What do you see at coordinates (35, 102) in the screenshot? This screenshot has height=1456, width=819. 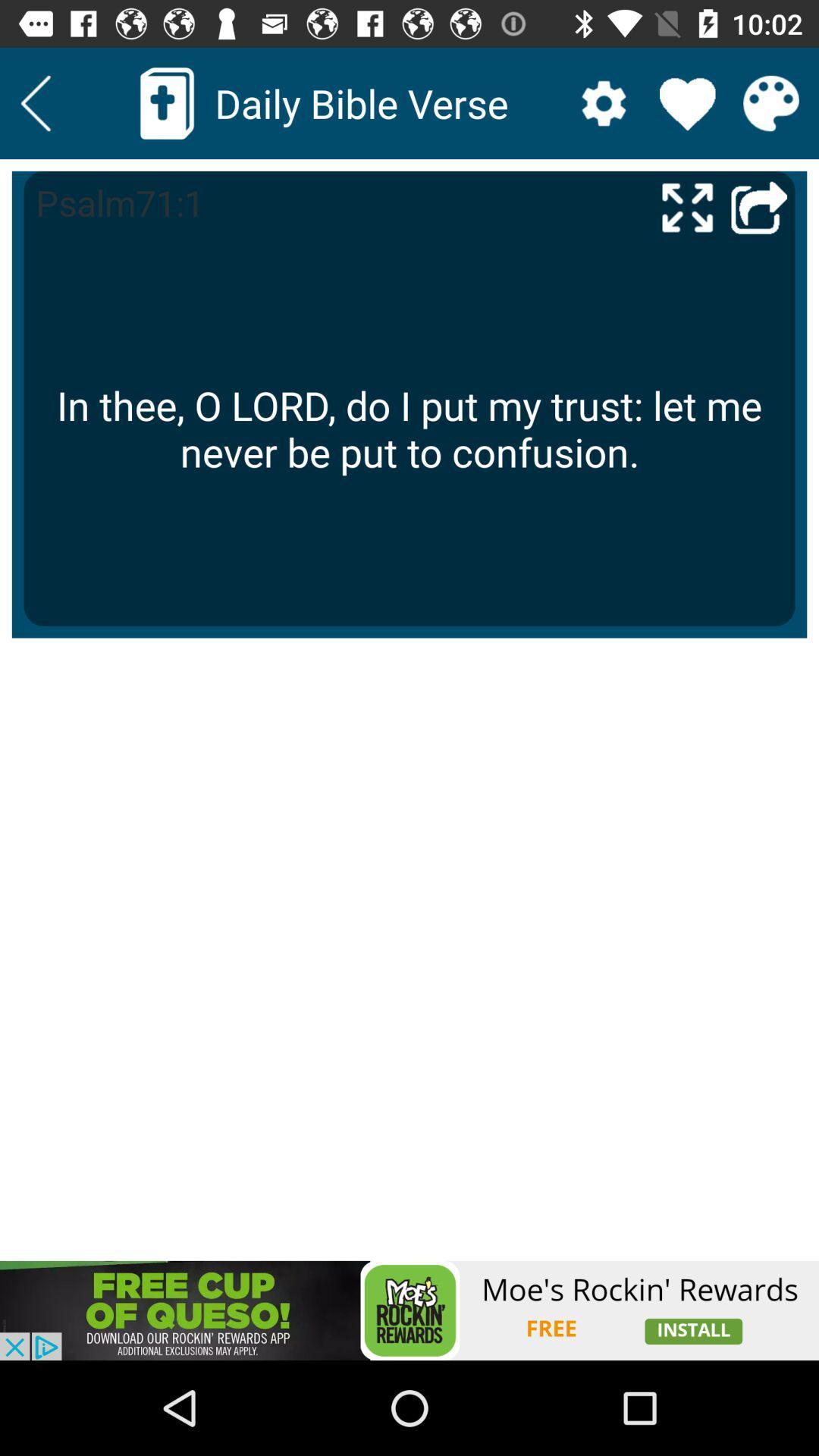 I see `go back` at bounding box center [35, 102].